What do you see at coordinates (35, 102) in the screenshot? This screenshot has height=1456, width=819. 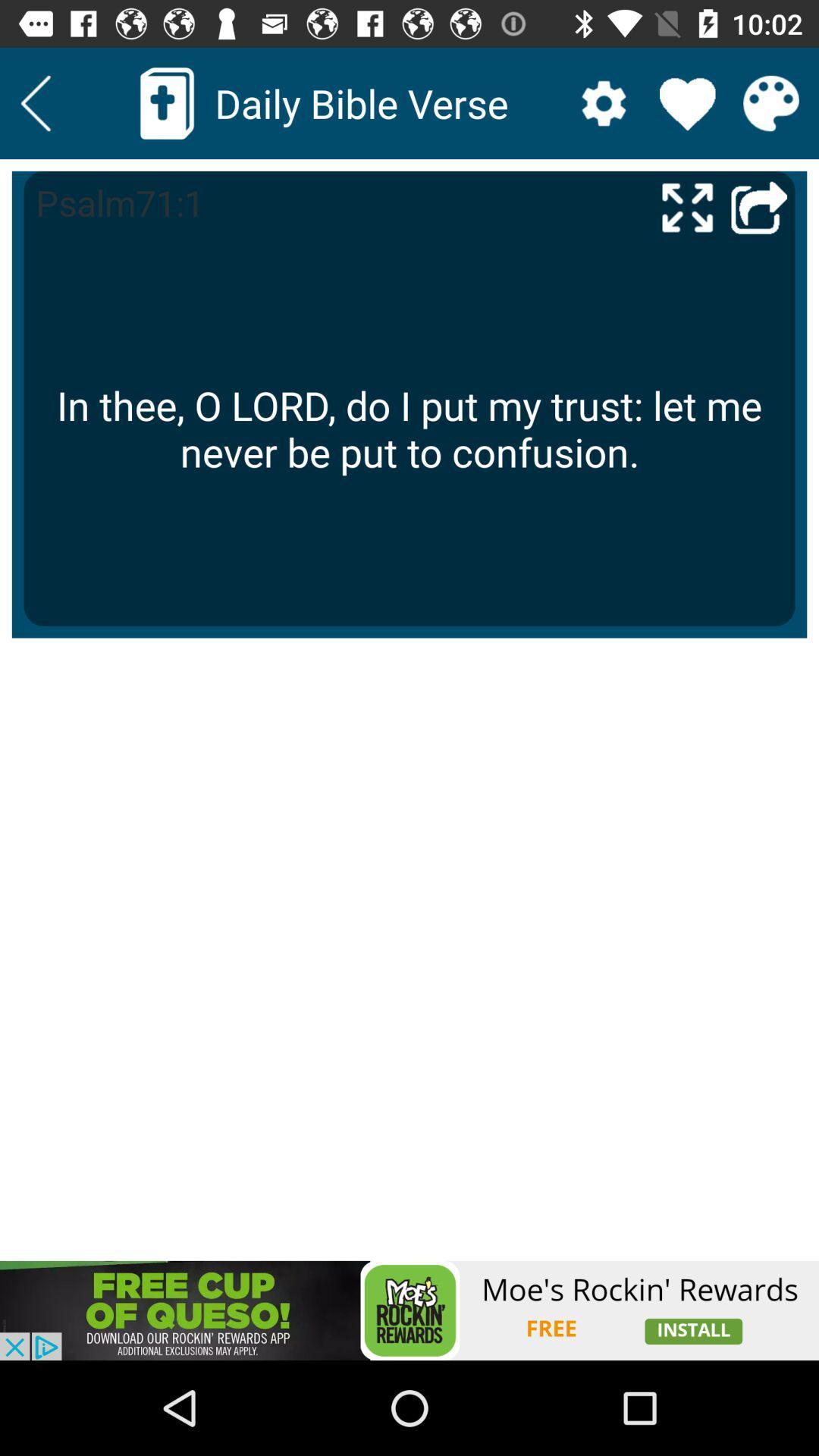 I see `go back` at bounding box center [35, 102].